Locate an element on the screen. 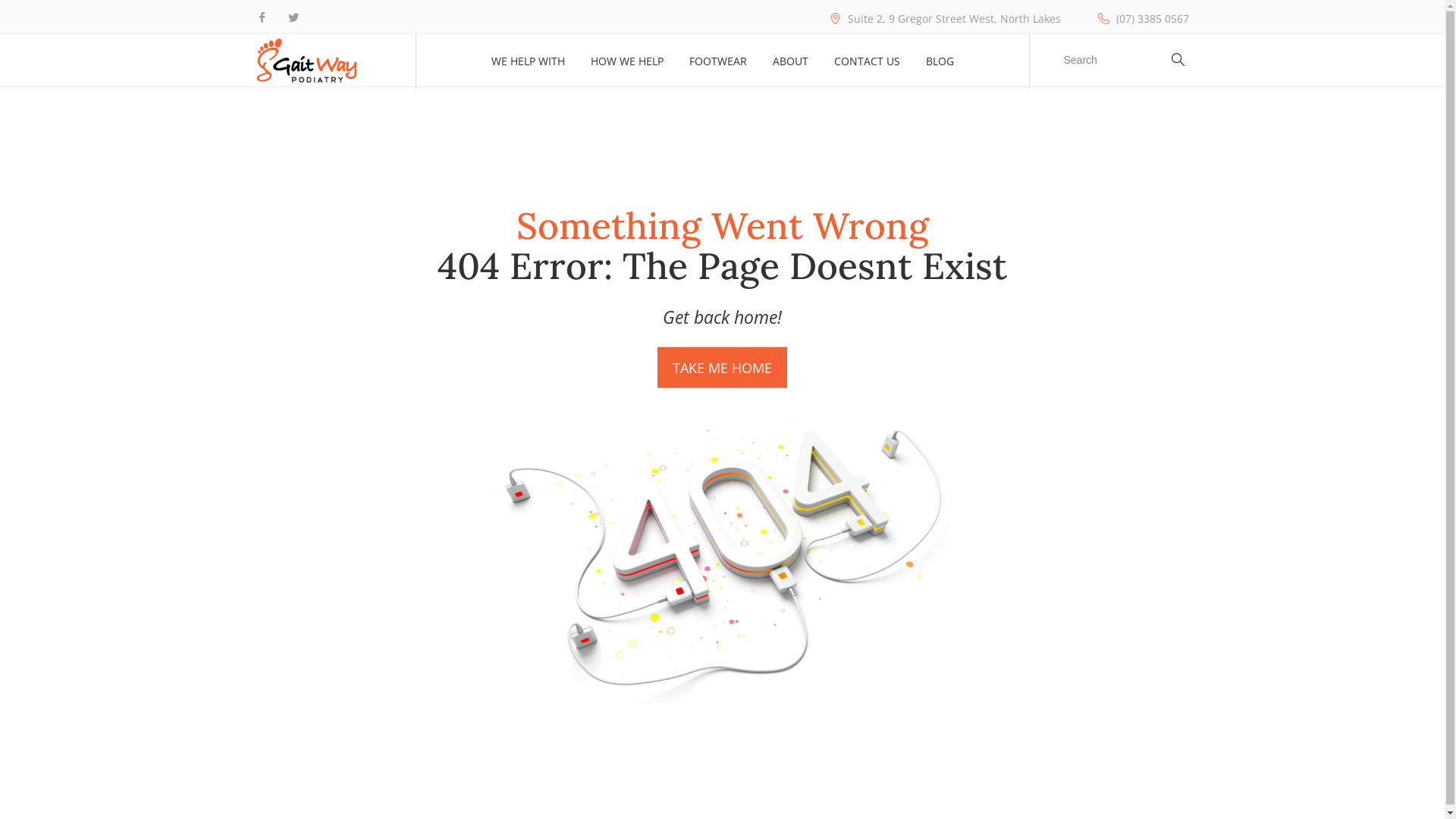 This screenshot has width=1456, height=819. 'ABOUT' is located at coordinates (789, 60).